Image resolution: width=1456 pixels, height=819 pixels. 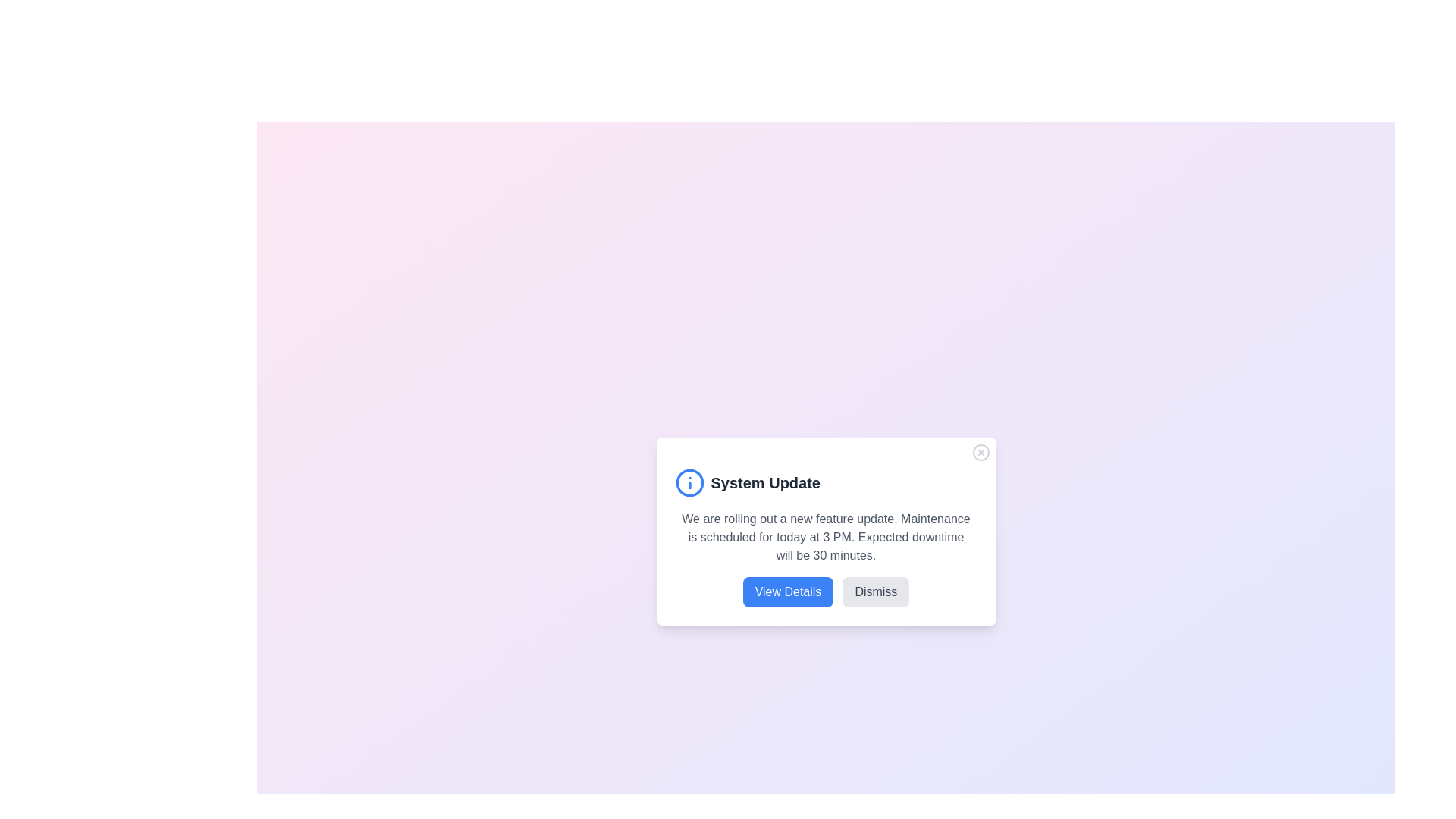 I want to click on the SVG circle graphic that serves as a decorative element of the information icon, located to the left of the 'System Update' title within the notification dialog box, so click(x=689, y=482).